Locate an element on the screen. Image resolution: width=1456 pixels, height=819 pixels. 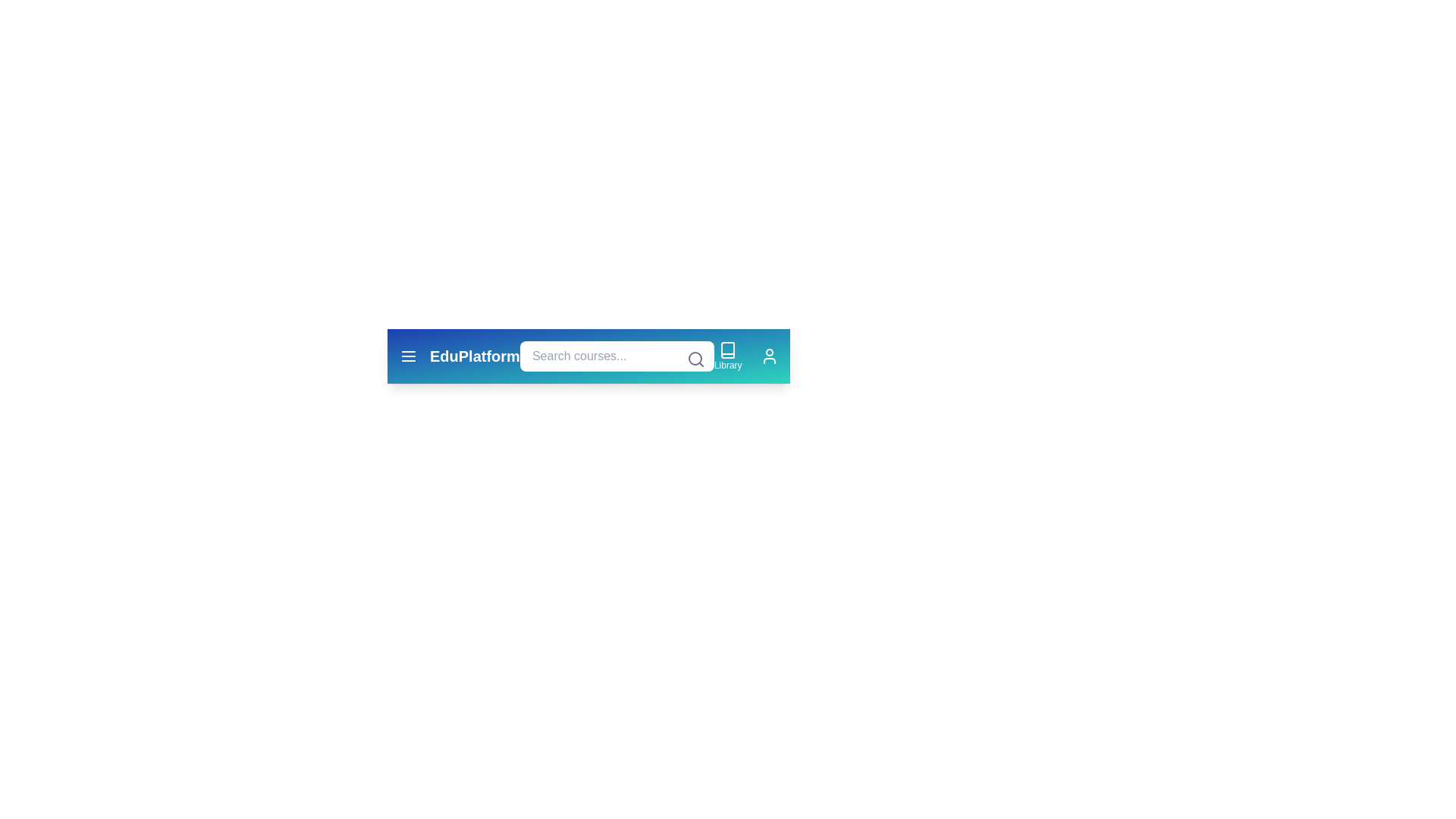
the menu icon to expand the menu is located at coordinates (408, 356).